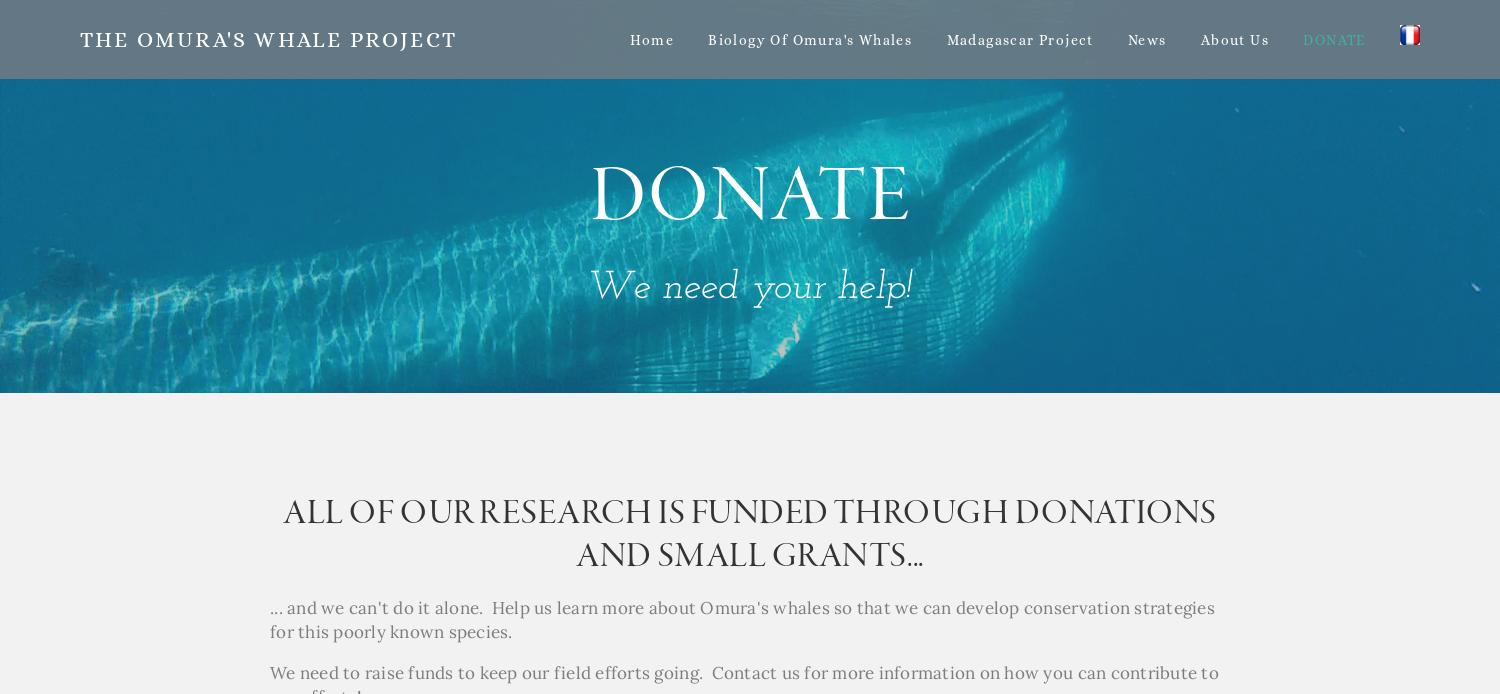 This screenshot has width=1500, height=694. I want to click on 'Madagascar Project', so click(945, 39).